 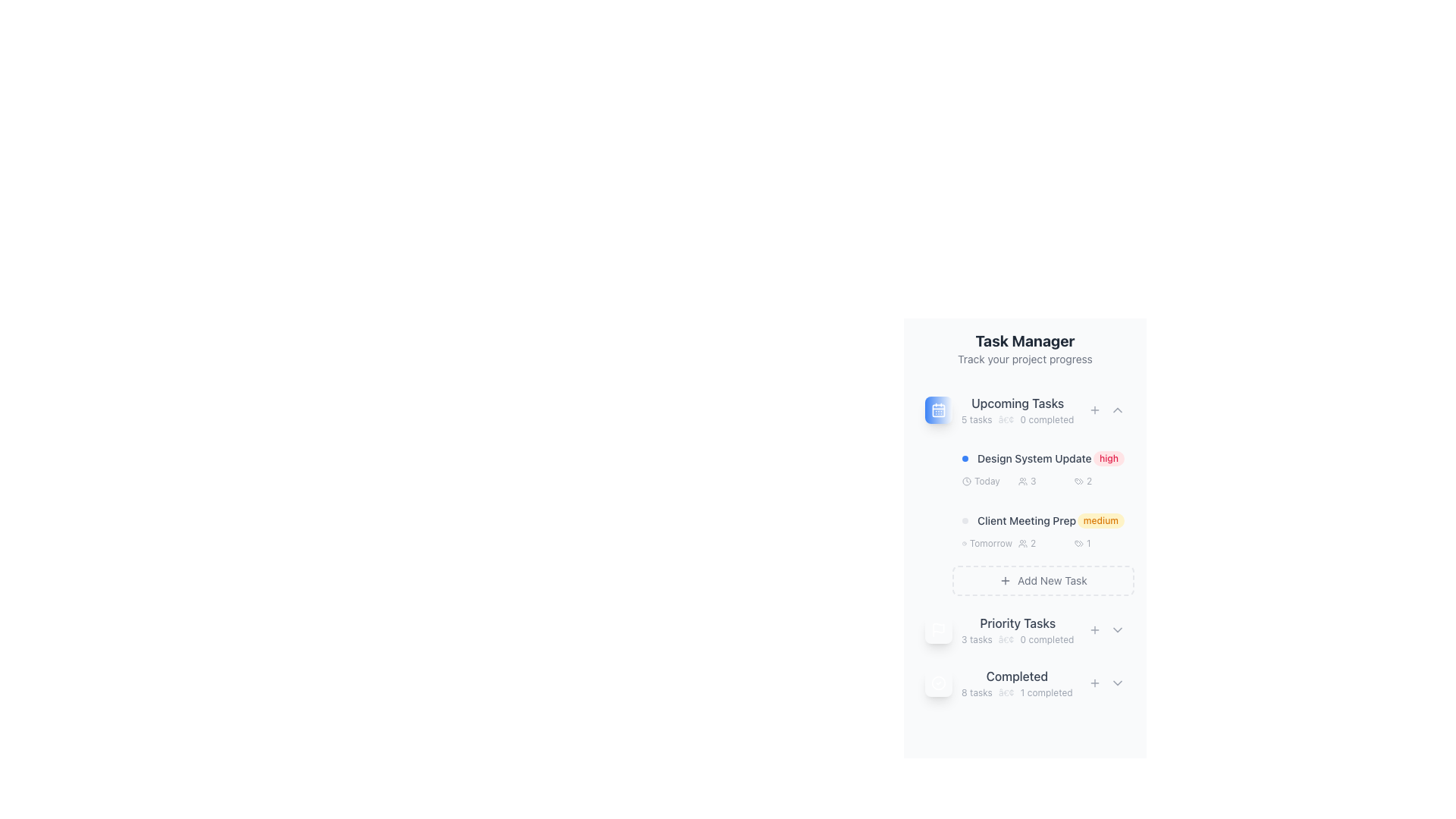 What do you see at coordinates (987, 482) in the screenshot?
I see `the static text label indicating the due date for the task titled 'Design System Update' in the 'Upcoming Tasks' section, which is positioned next to a clock icon` at bounding box center [987, 482].